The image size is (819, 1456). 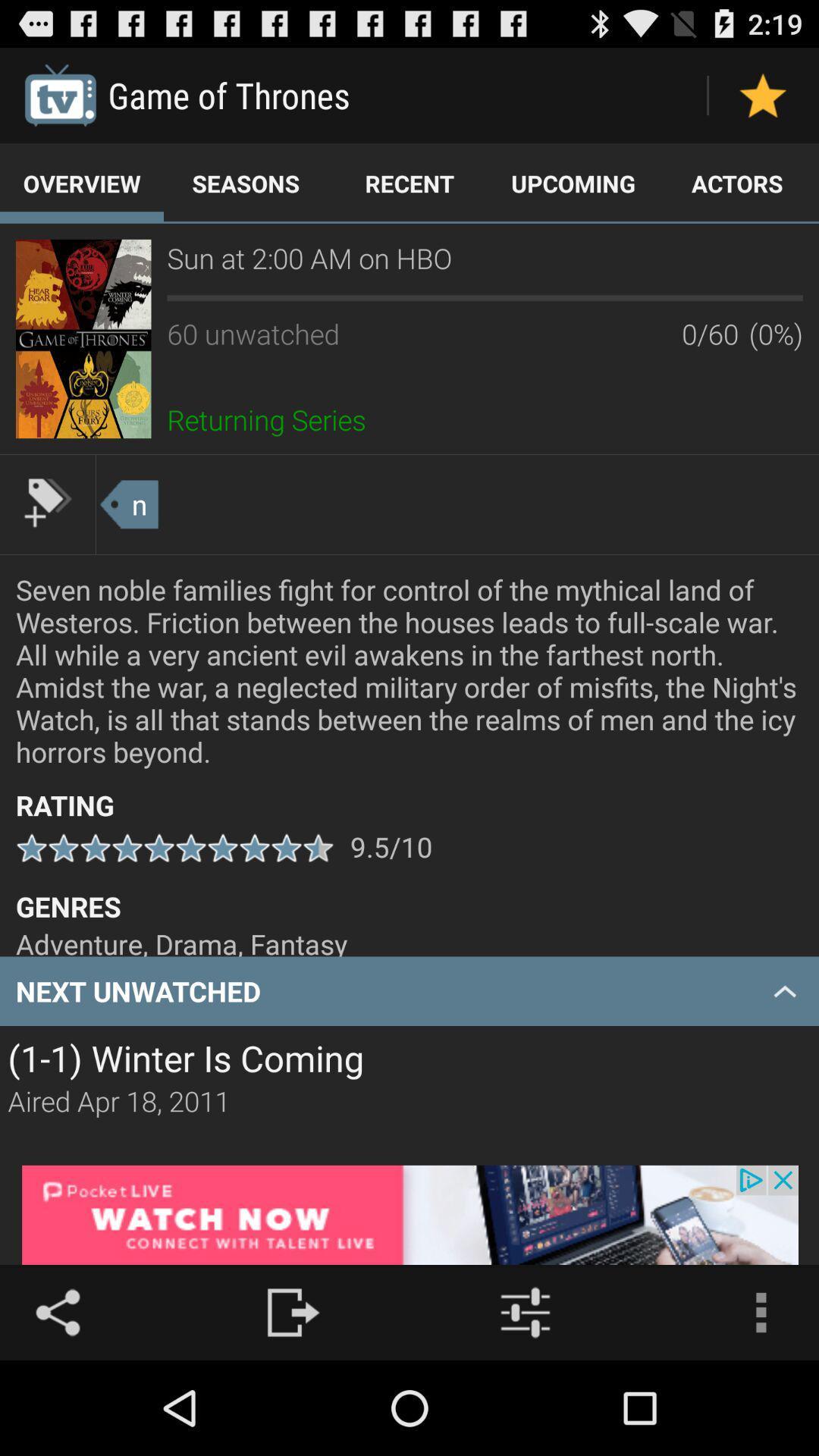 What do you see at coordinates (46, 538) in the screenshot?
I see `the label icon` at bounding box center [46, 538].